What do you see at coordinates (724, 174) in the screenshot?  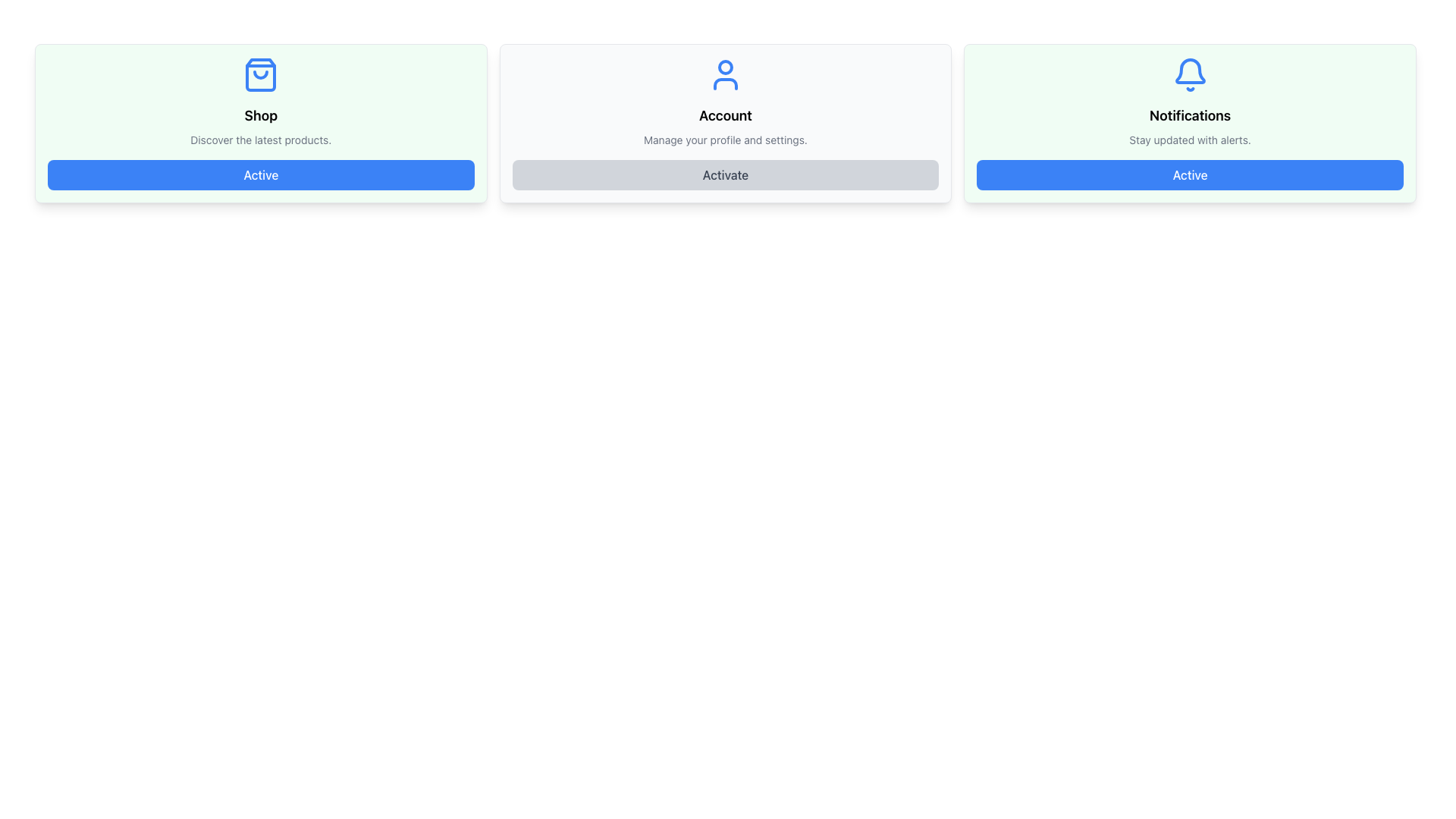 I see `the button located at the bottom of the 'Account' card` at bounding box center [724, 174].